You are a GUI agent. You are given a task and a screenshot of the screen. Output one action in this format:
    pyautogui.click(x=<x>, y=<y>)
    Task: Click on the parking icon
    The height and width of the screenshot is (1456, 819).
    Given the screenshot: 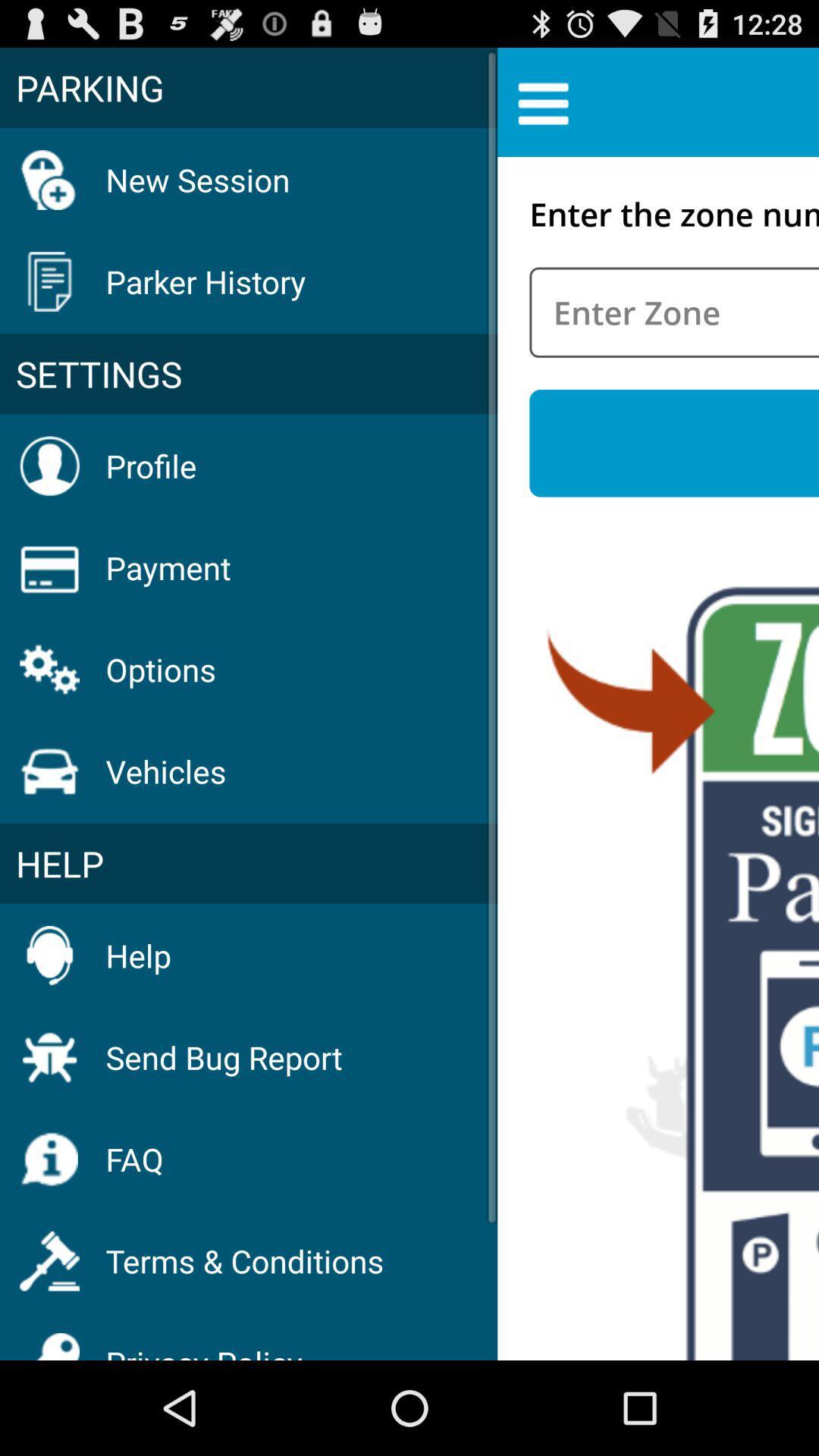 What is the action you would take?
    pyautogui.click(x=248, y=86)
    